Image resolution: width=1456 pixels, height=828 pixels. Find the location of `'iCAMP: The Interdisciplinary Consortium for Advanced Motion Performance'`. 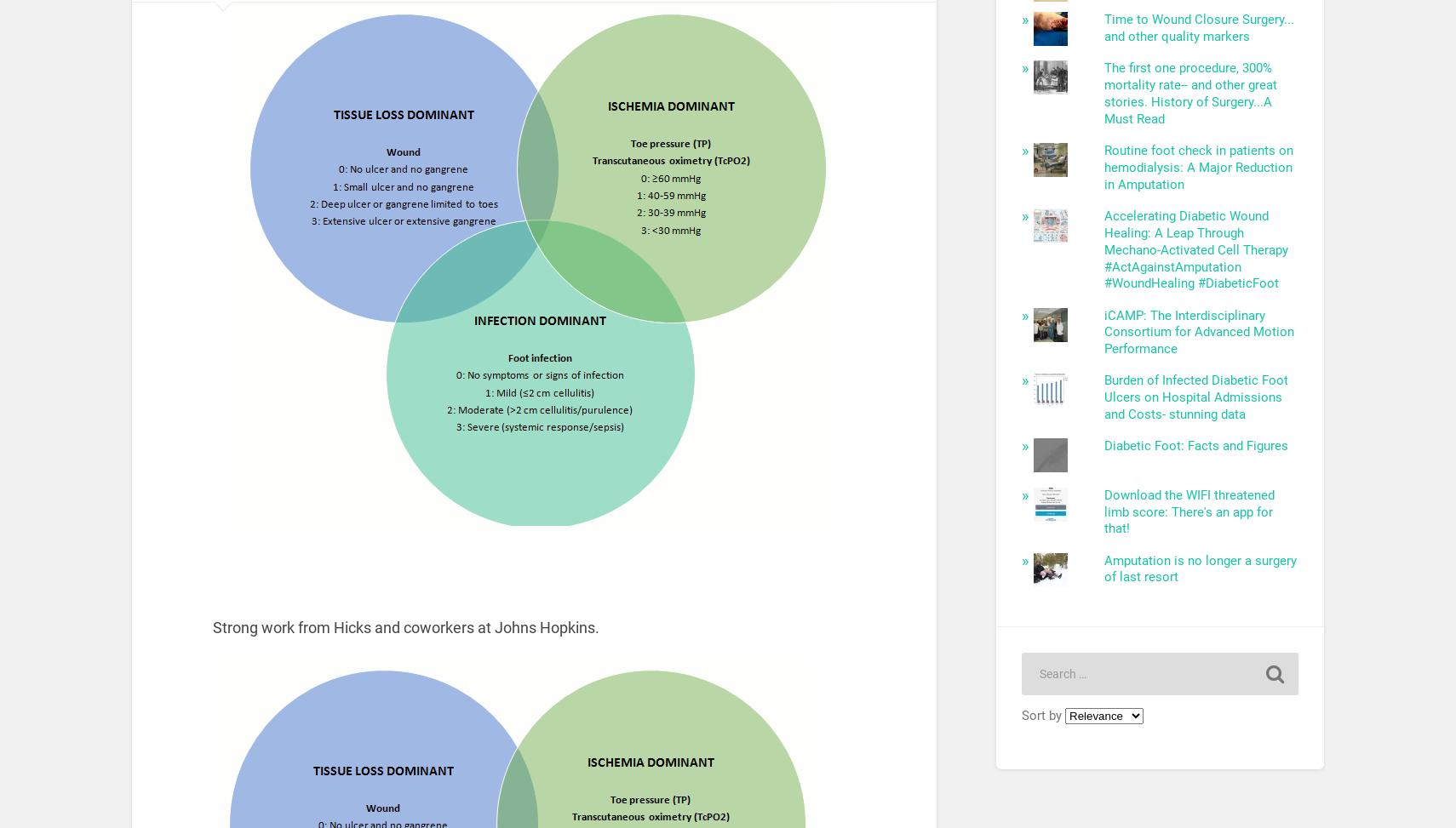

'iCAMP: The Interdisciplinary Consortium for Advanced Motion Performance' is located at coordinates (1198, 330).